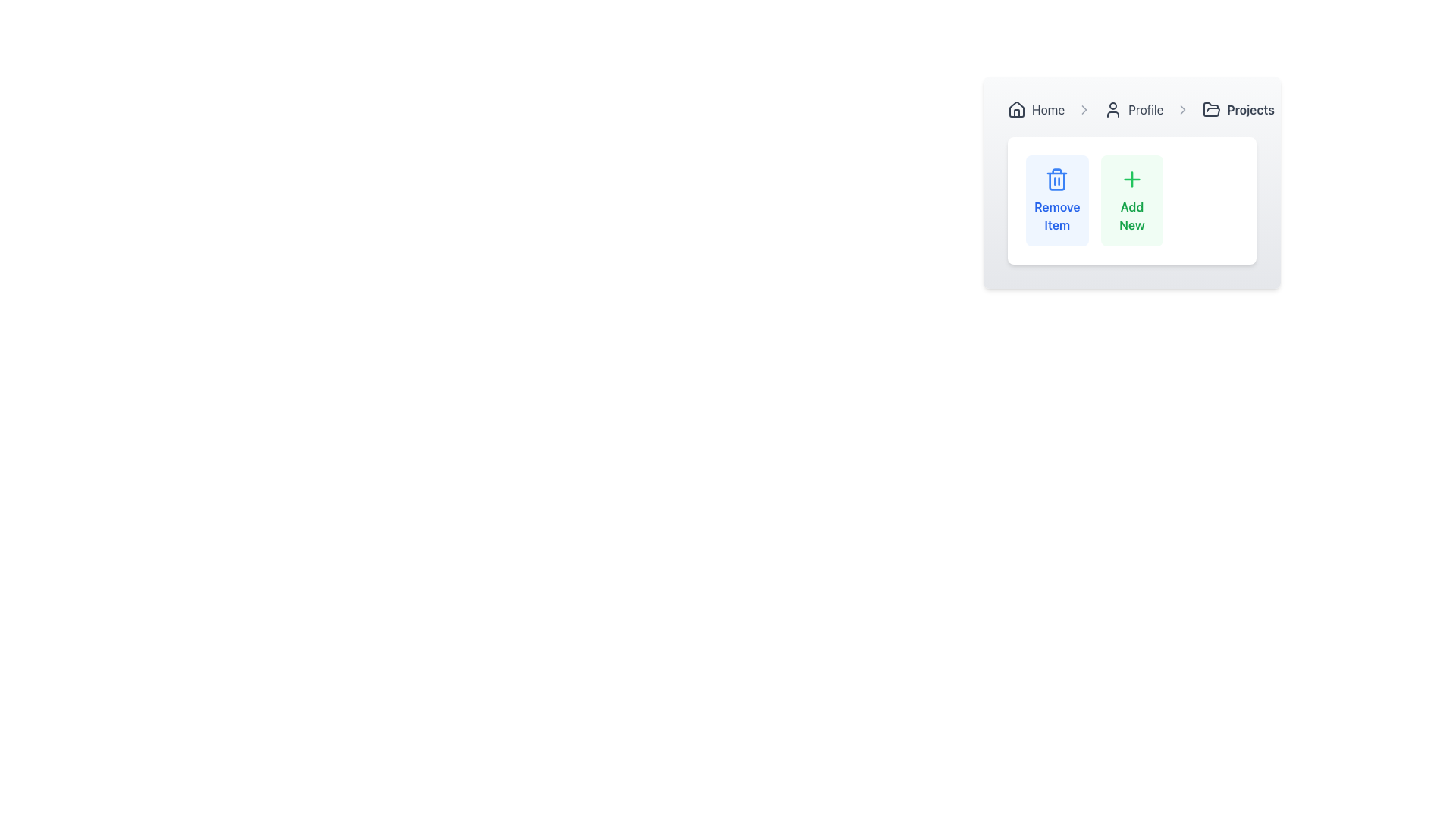  Describe the element at coordinates (1211, 108) in the screenshot. I see `the folder icon in the navigation menu located at the top-right corner, preceding the text 'Projects'` at that location.